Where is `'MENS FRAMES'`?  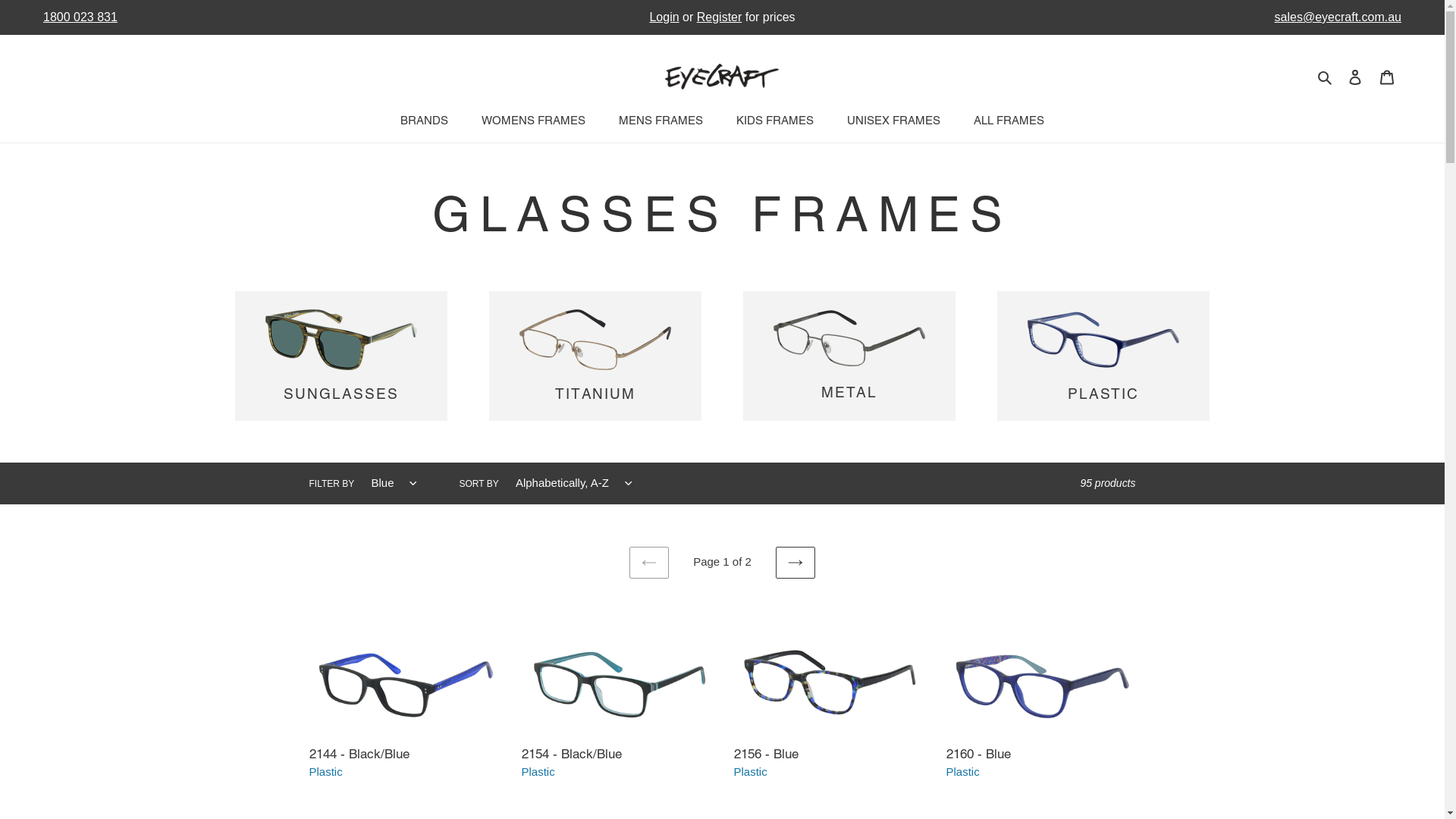
'MENS FRAMES' is located at coordinates (661, 121).